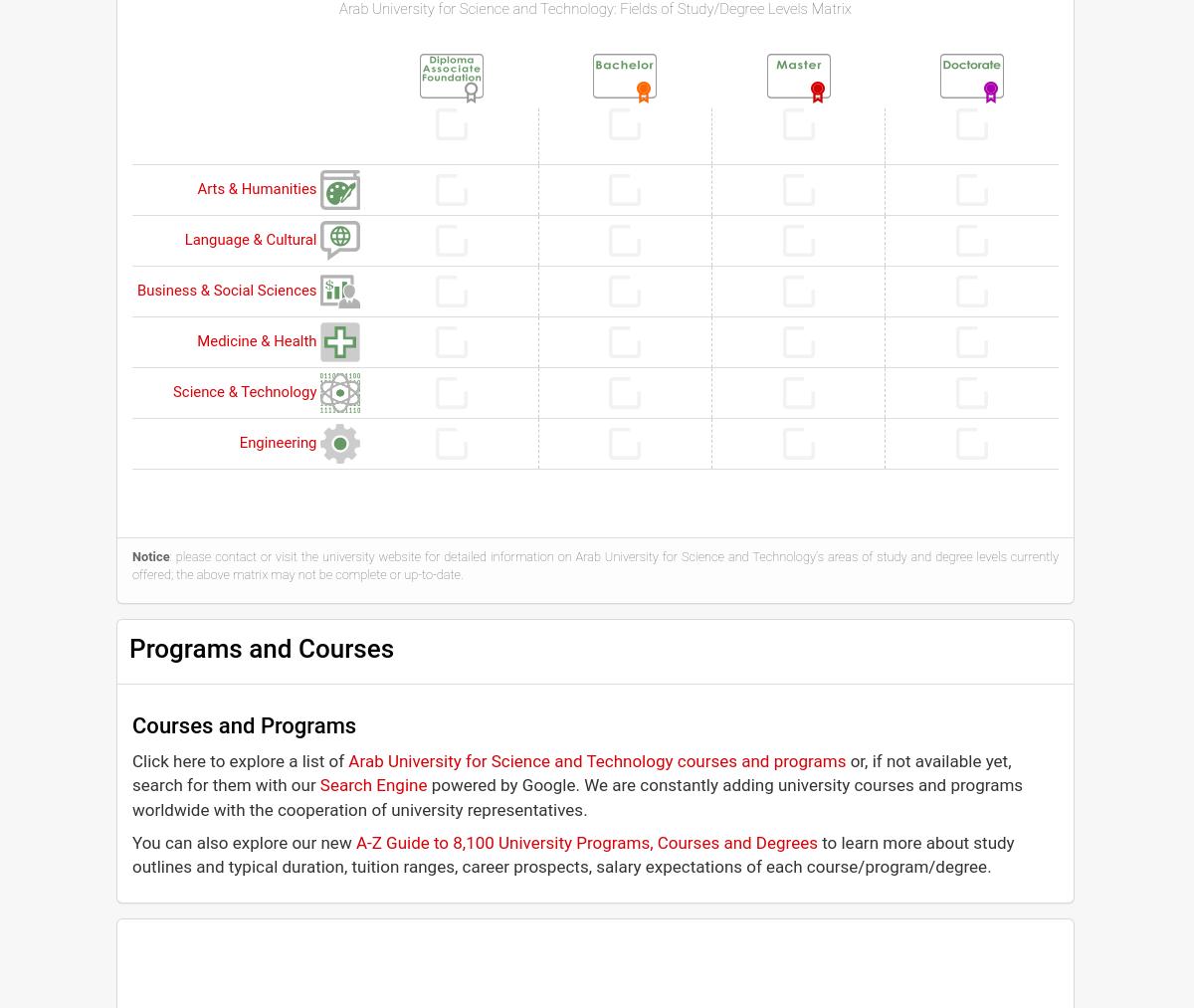 This screenshot has height=1008, width=1194. I want to click on 'You can also explore our new', so click(131, 840).